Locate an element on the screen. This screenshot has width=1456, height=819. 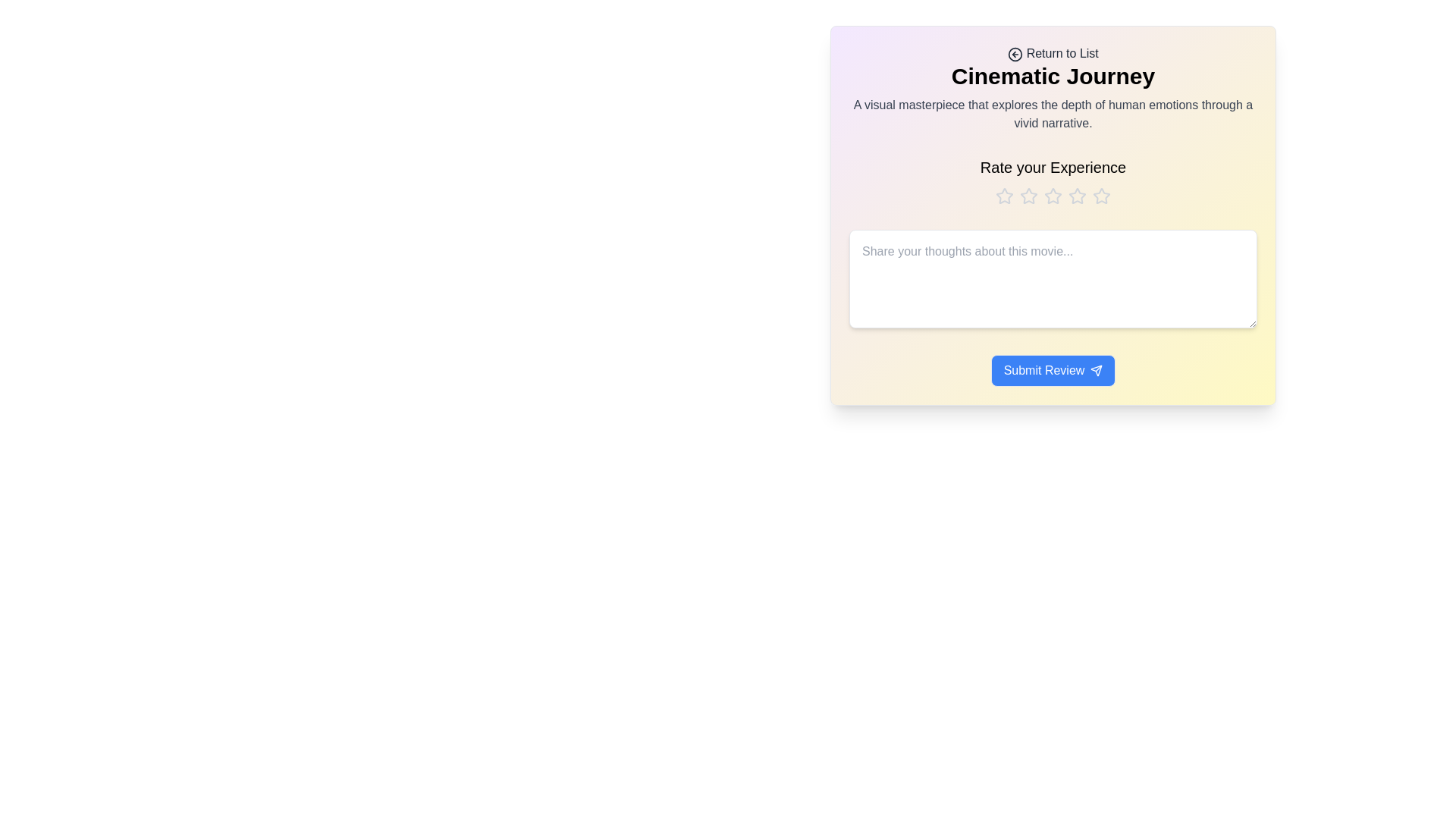
the decorative icon adjacent to the 'Submit Review' button to emphasize its purpose is located at coordinates (1097, 371).